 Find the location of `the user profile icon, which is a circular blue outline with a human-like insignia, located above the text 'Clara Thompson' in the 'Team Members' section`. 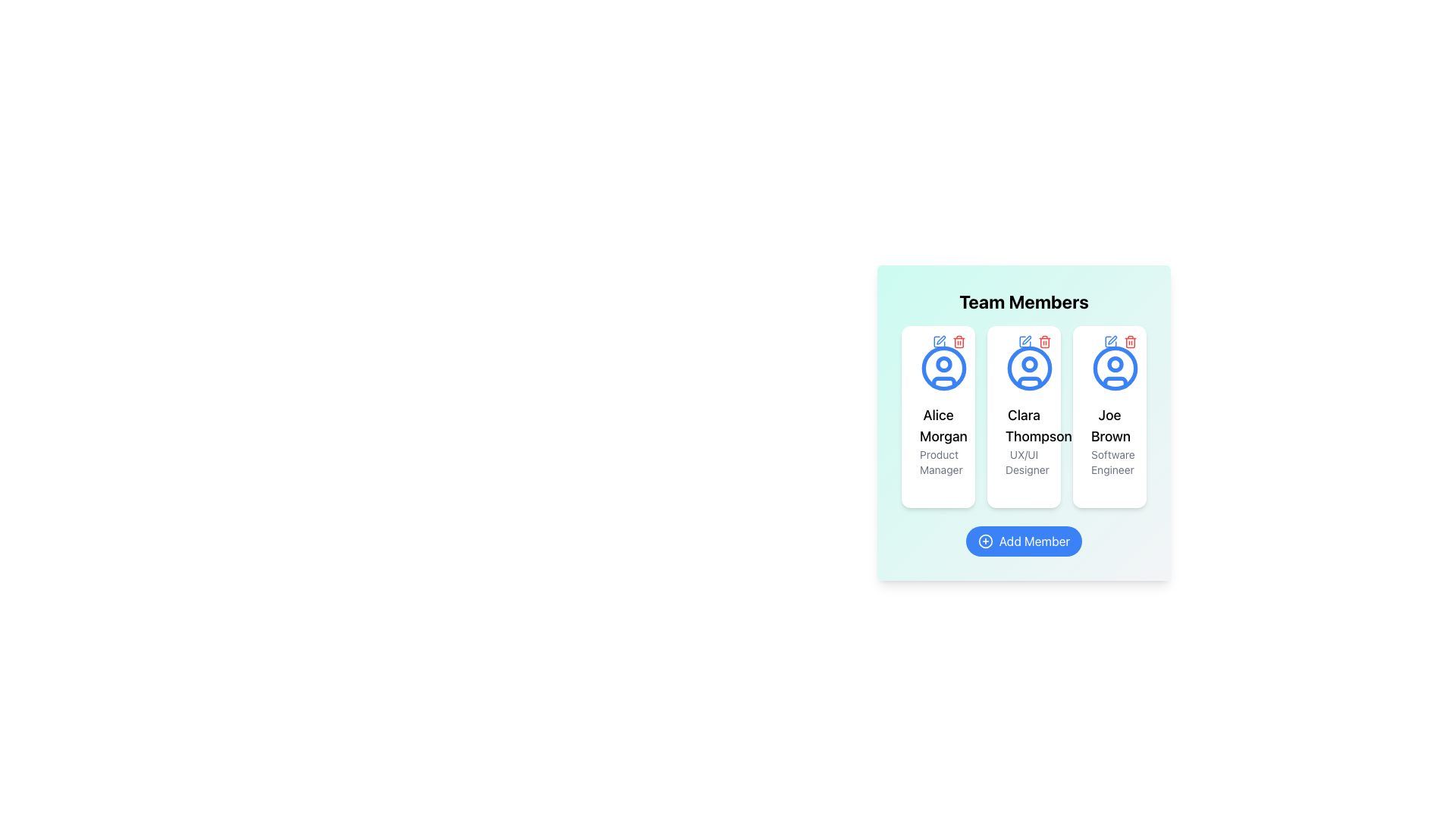

the user profile icon, which is a circular blue outline with a human-like insignia, located above the text 'Clara Thompson' in the 'Team Members' section is located at coordinates (1030, 369).